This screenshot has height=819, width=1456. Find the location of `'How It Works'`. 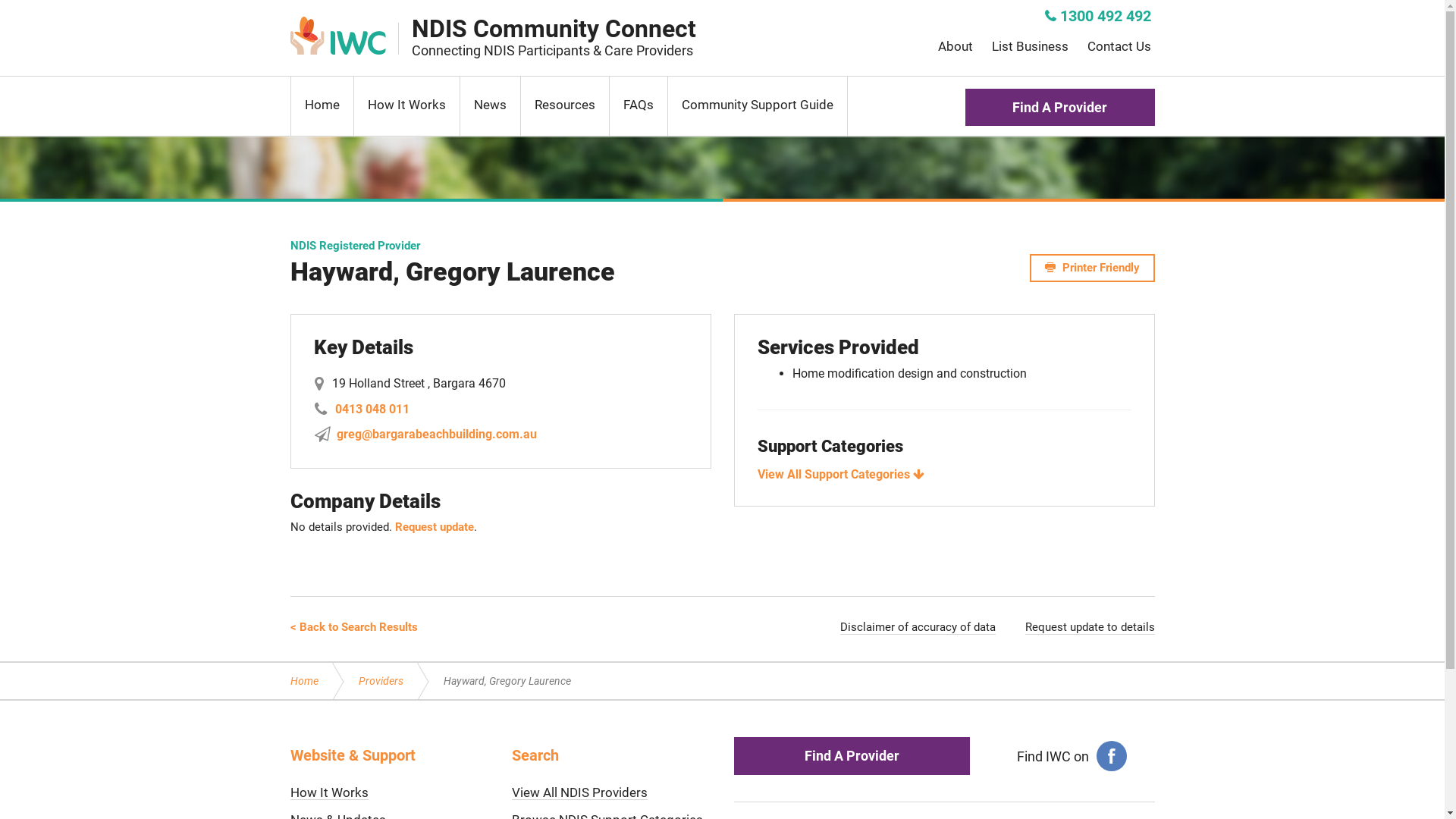

'How It Works' is located at coordinates (406, 105).